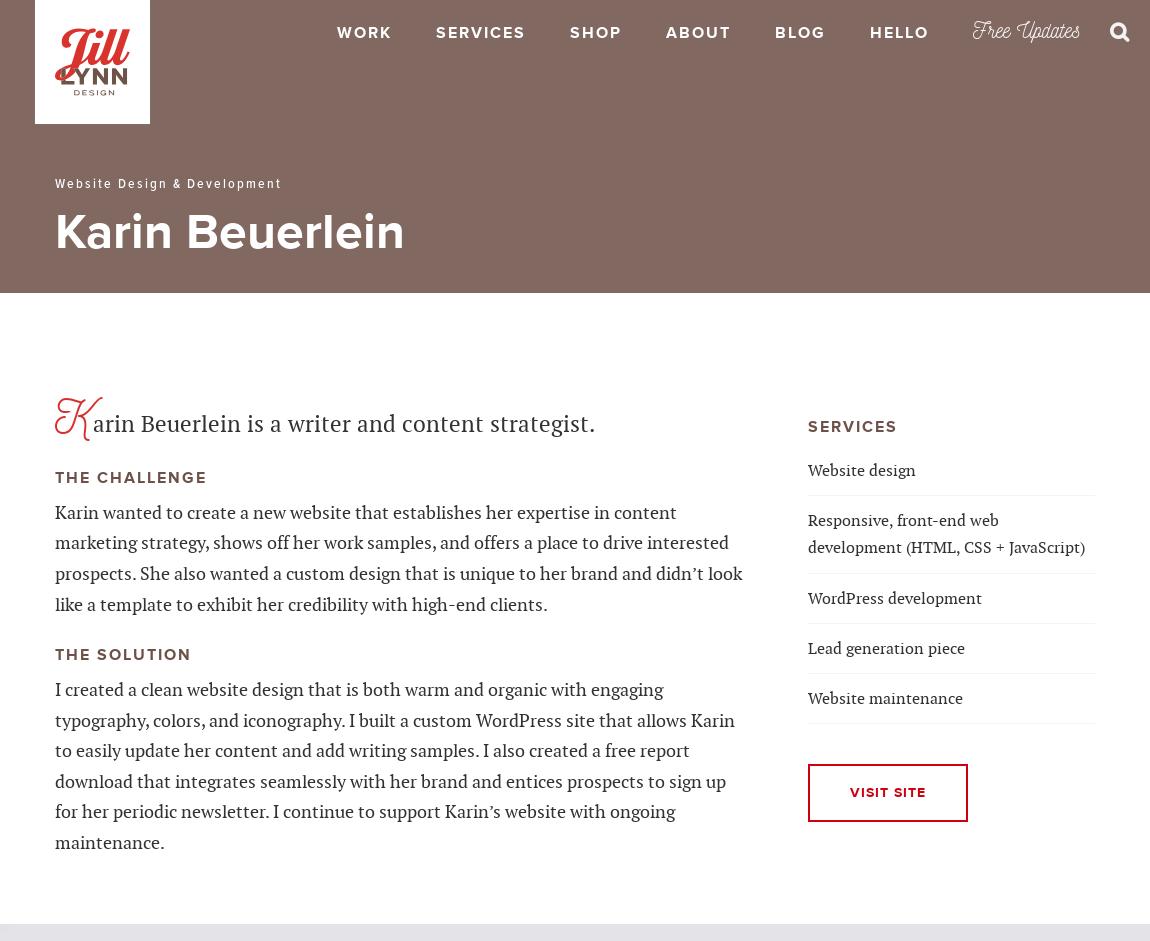 This screenshot has height=941, width=1150. I want to click on 'Karin Beuerlein is a writer and content strategist.', so click(324, 415).